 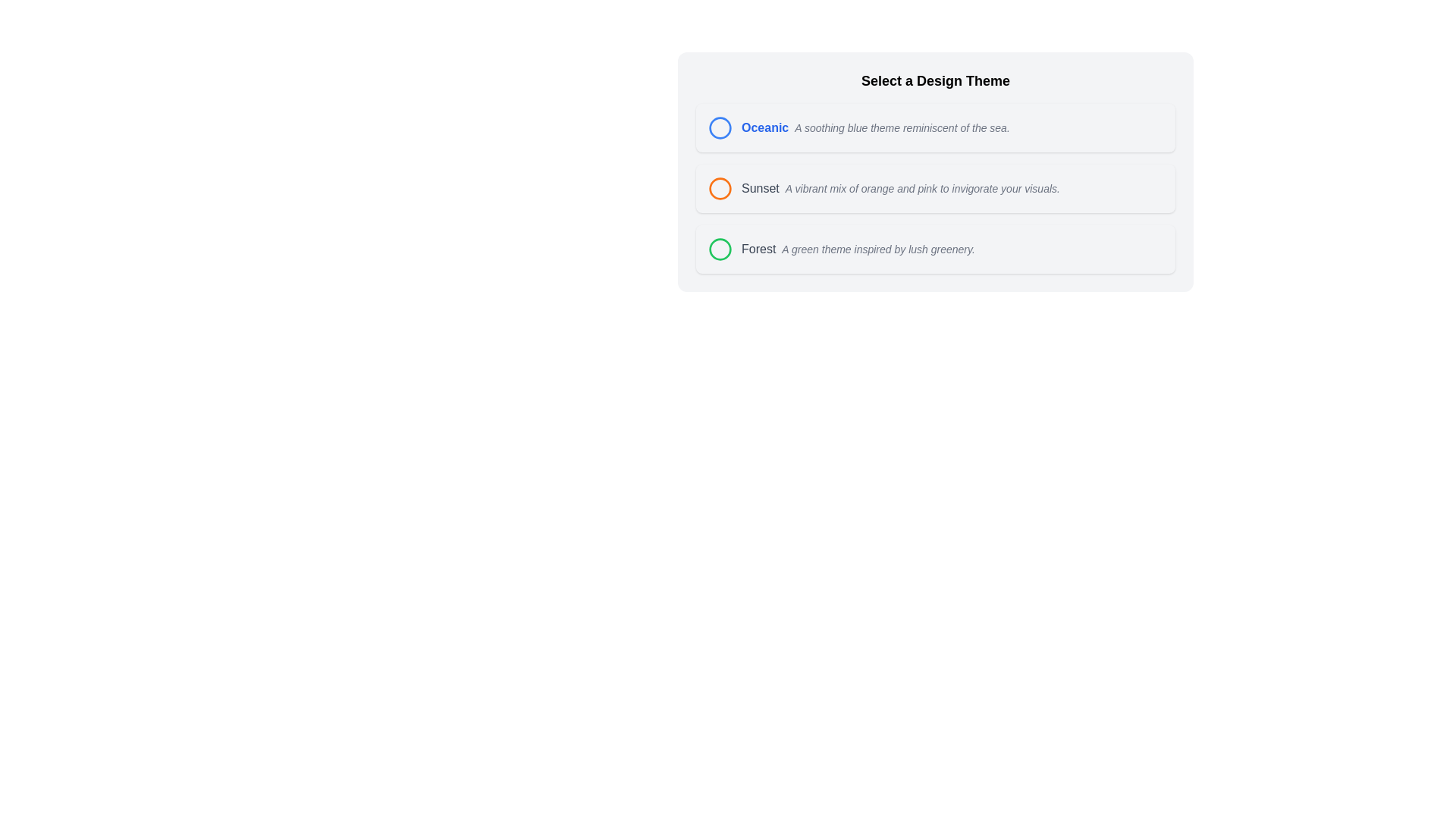 What do you see at coordinates (934, 248) in the screenshot?
I see `the selectable option labeled 'Forest' in the design theme list to choose this theme` at bounding box center [934, 248].